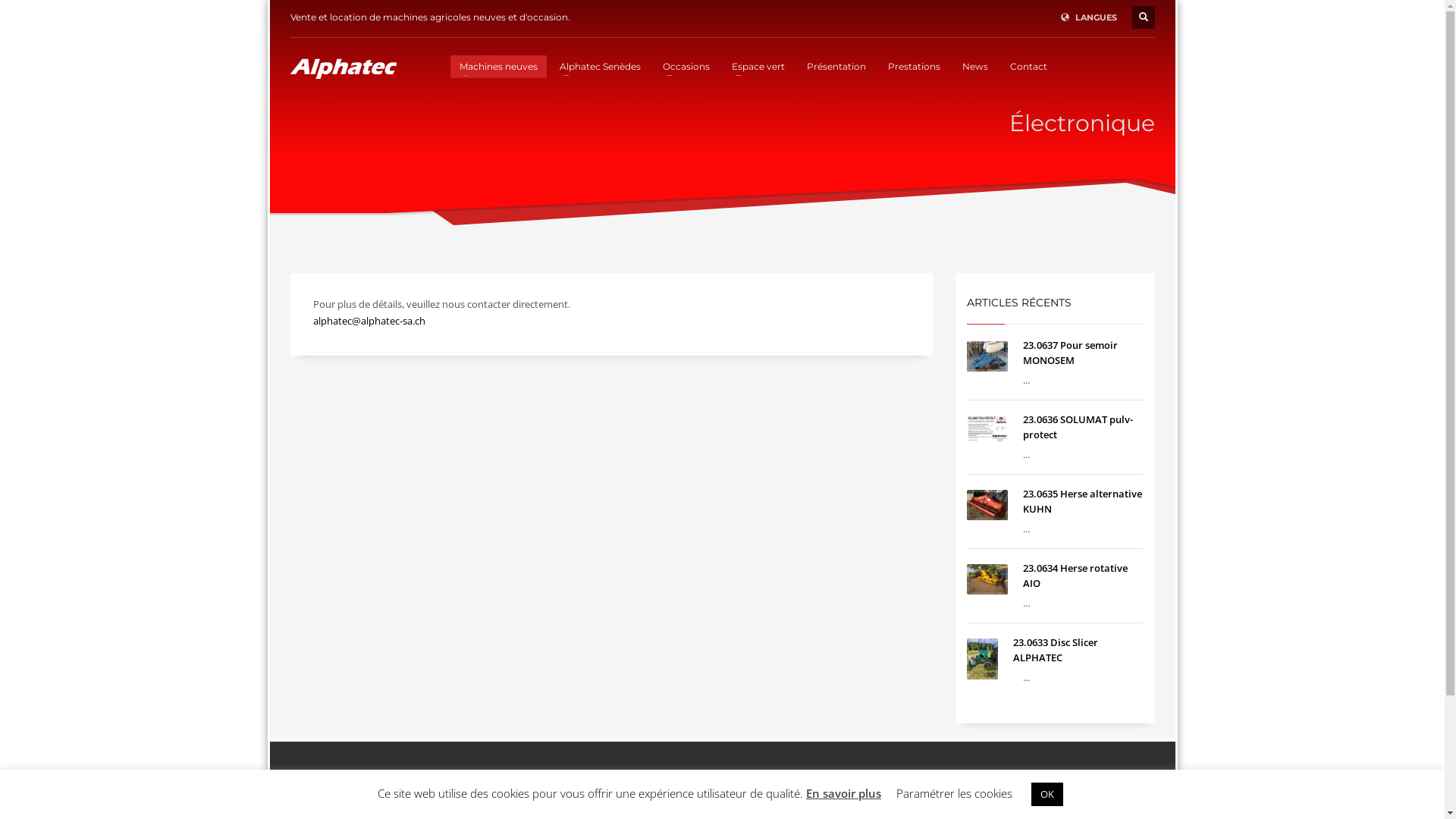 Image resolution: width=1456 pixels, height=819 pixels. I want to click on 'LANGUES', so click(1087, 17).